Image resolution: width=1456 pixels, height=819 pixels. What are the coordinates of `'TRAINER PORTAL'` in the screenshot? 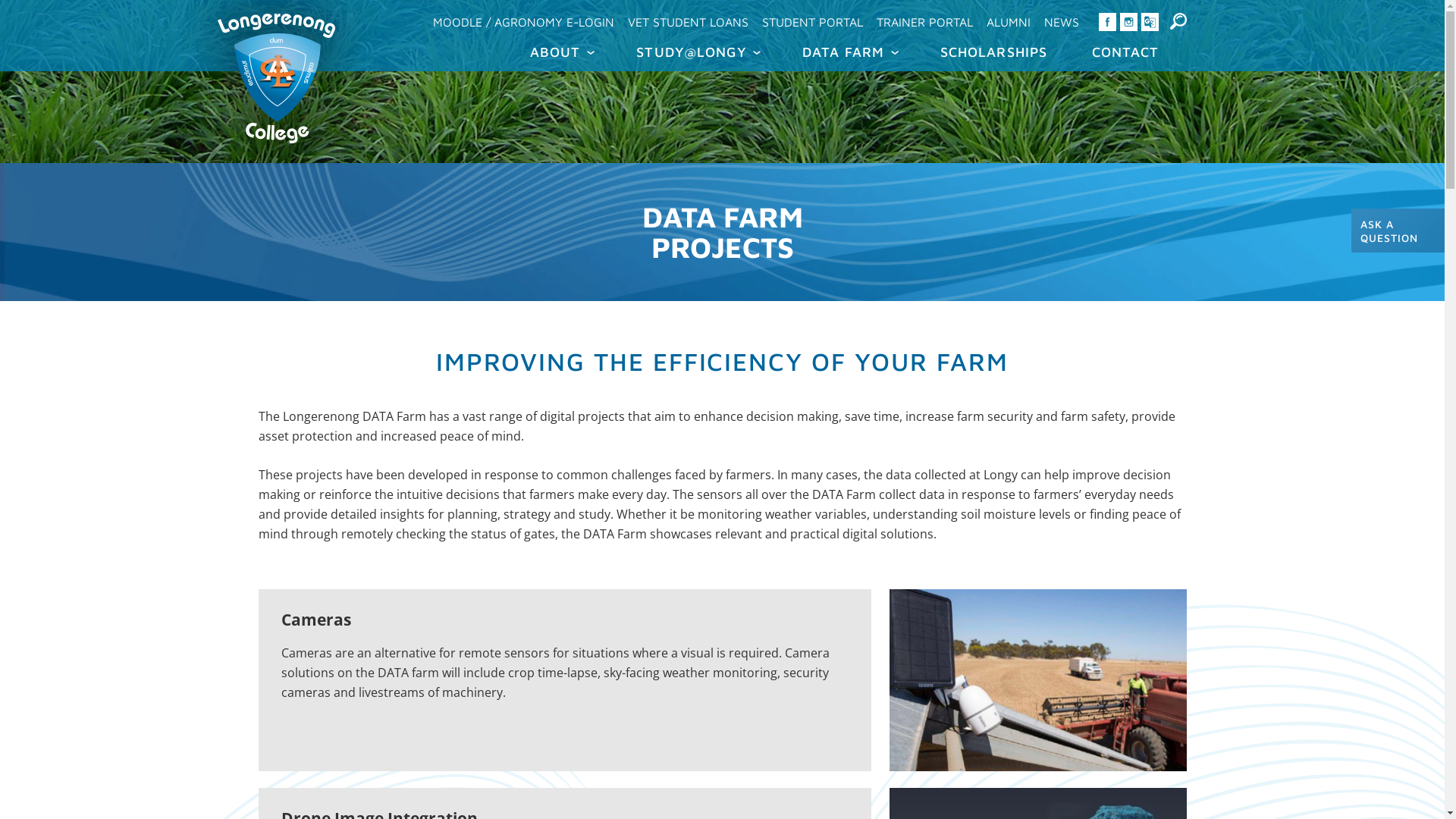 It's located at (923, 22).